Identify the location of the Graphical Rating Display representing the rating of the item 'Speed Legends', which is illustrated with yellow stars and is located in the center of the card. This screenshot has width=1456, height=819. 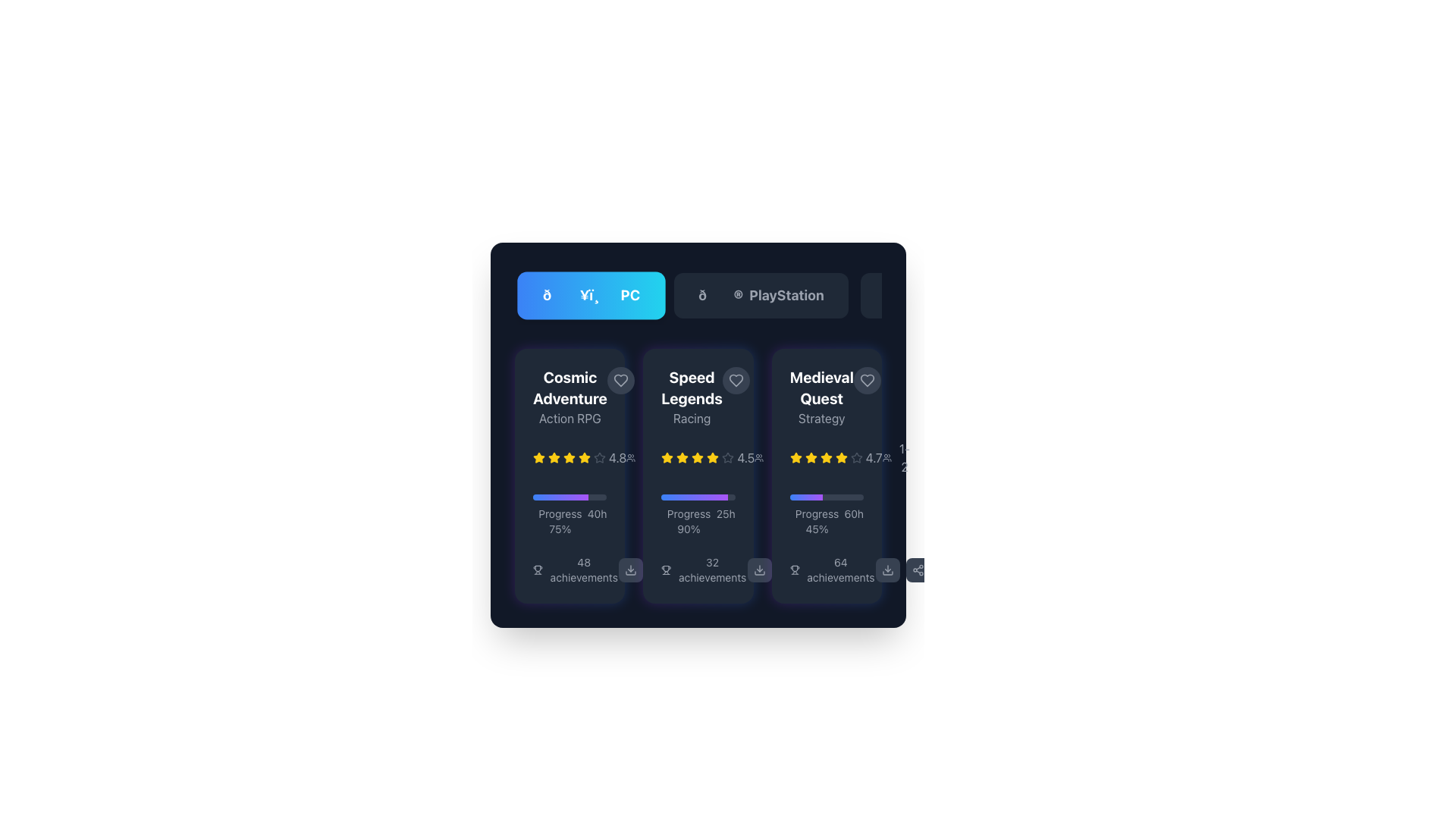
(698, 457).